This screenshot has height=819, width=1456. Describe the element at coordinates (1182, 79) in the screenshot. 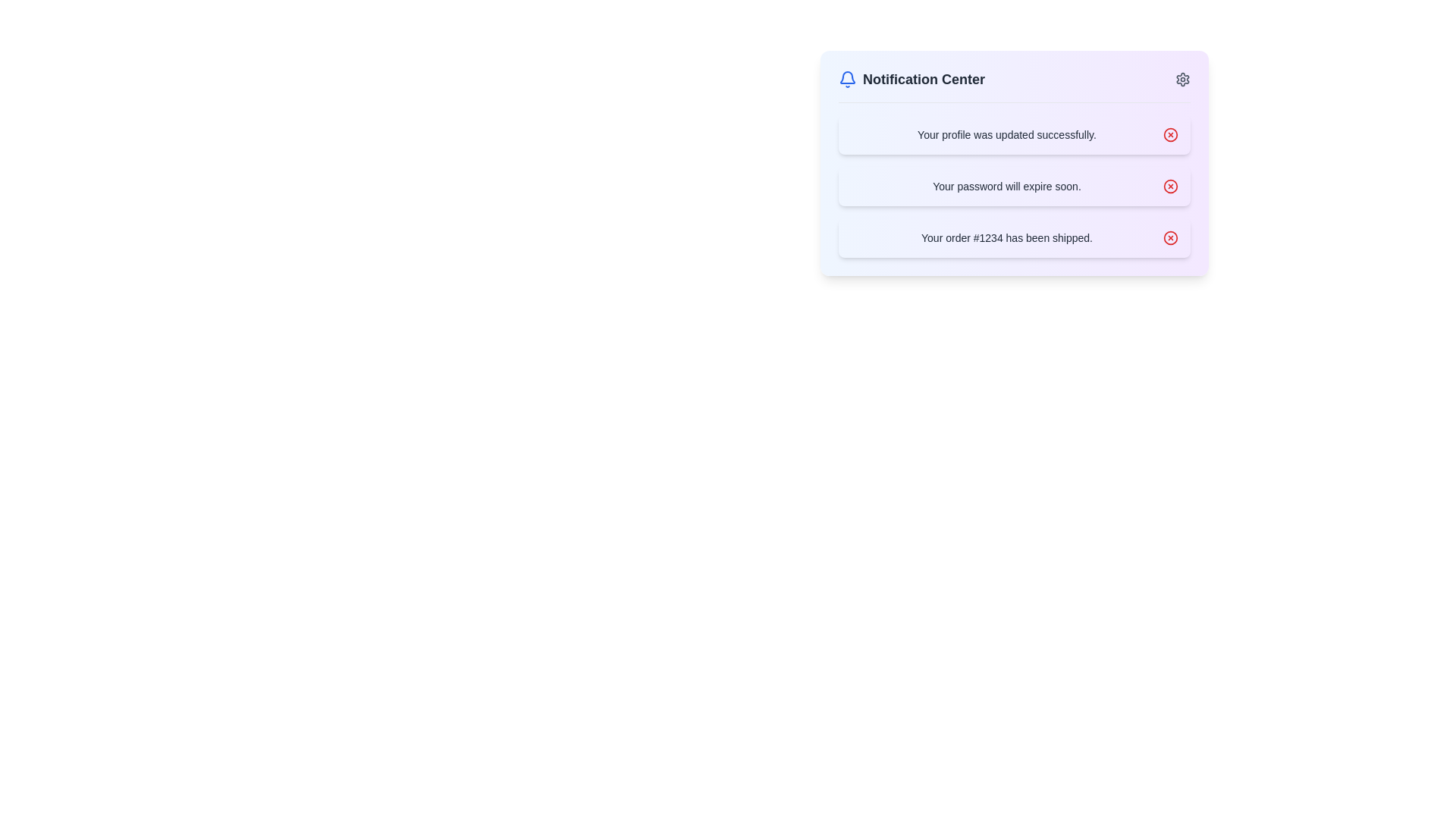

I see `the settings icon button located at the top-right corner of the 'Notification Center'` at that location.